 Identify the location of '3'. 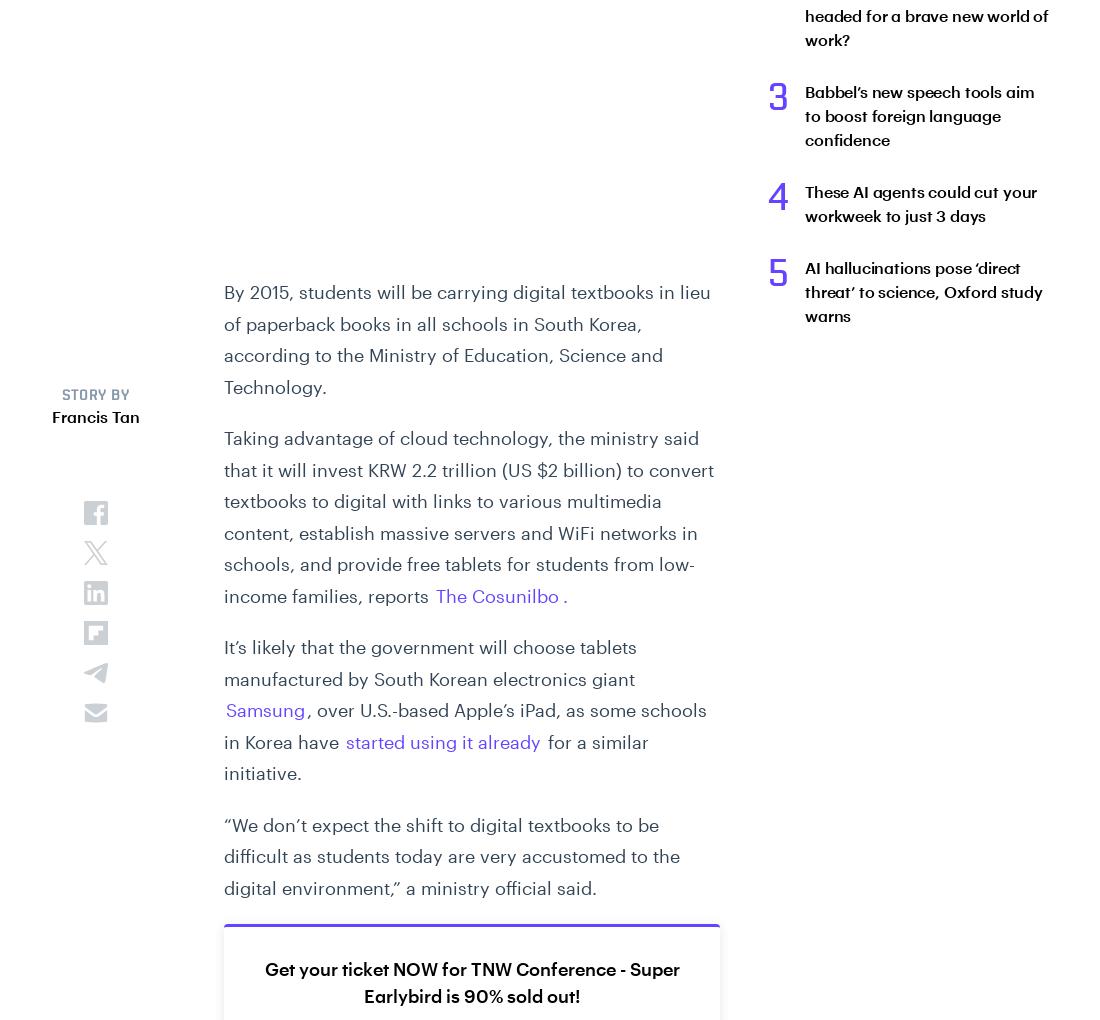
(778, 98).